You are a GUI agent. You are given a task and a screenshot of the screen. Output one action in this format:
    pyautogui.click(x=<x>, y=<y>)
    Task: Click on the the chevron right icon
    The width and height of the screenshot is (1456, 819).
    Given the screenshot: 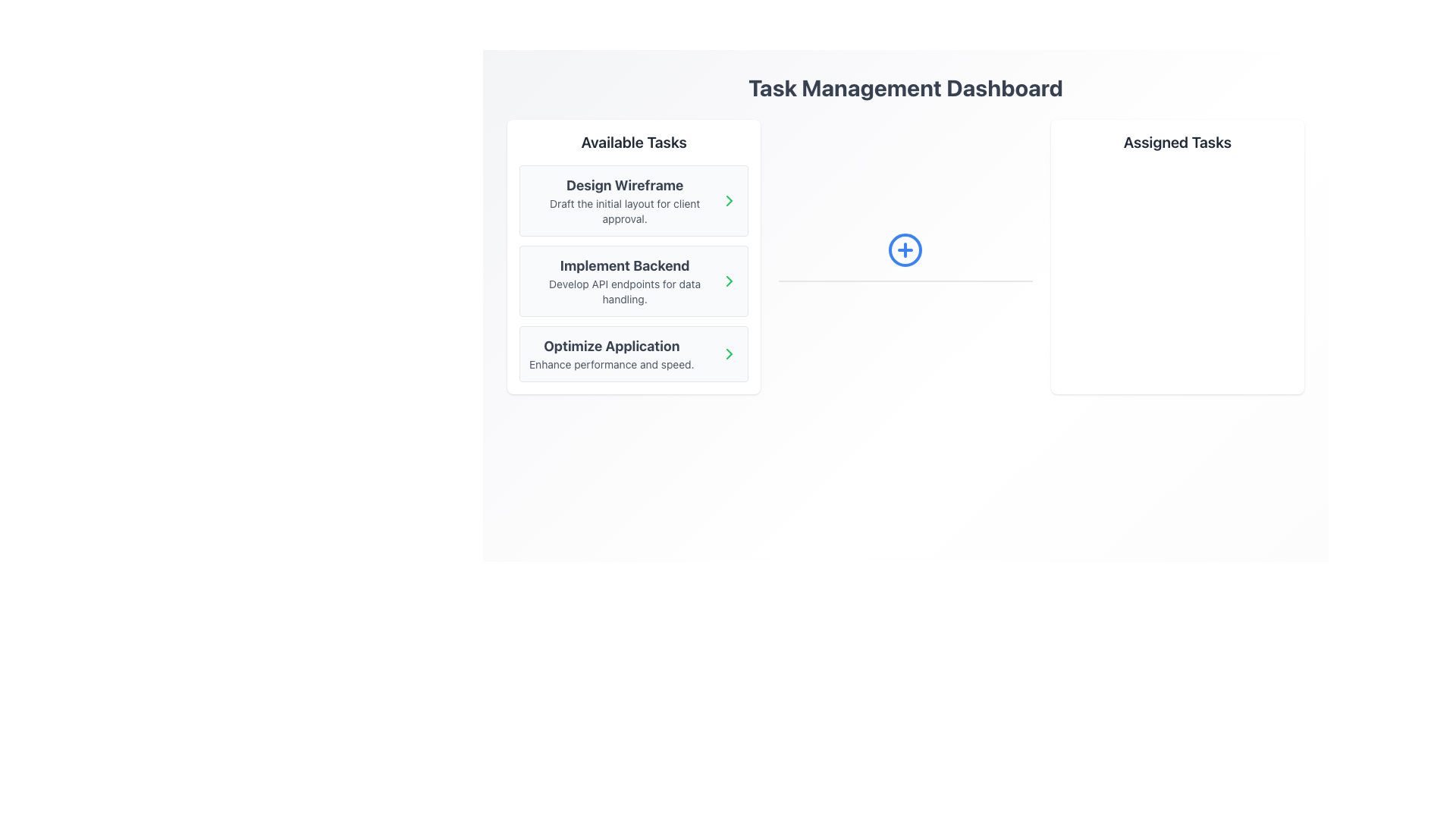 What is the action you would take?
    pyautogui.click(x=730, y=281)
    